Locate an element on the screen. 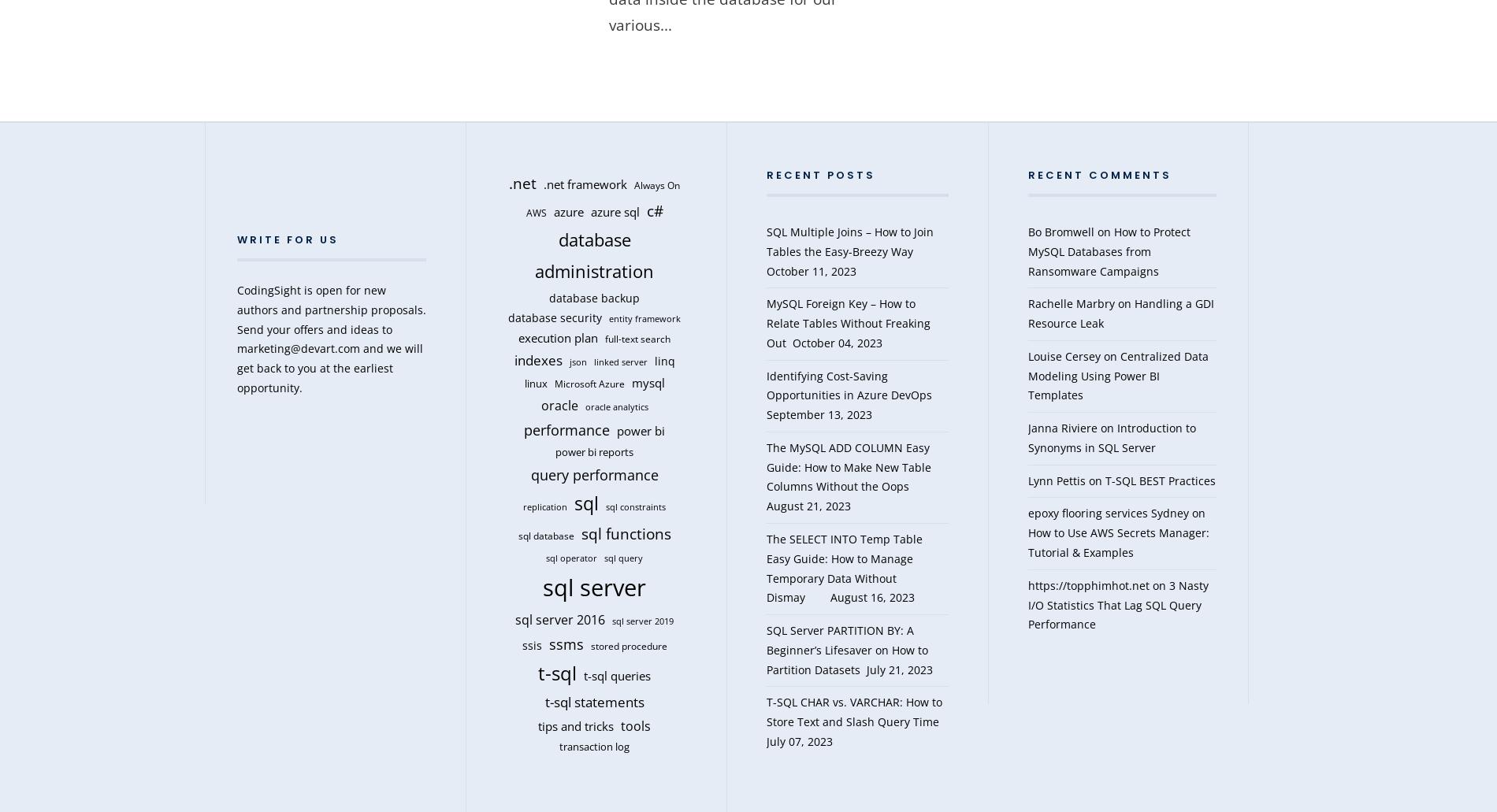 The width and height of the screenshot is (1497, 812). 'The MySQL ADD COLUMN Easy Guide: How to Make New Table Columns Without the Oops' is located at coordinates (849, 465).